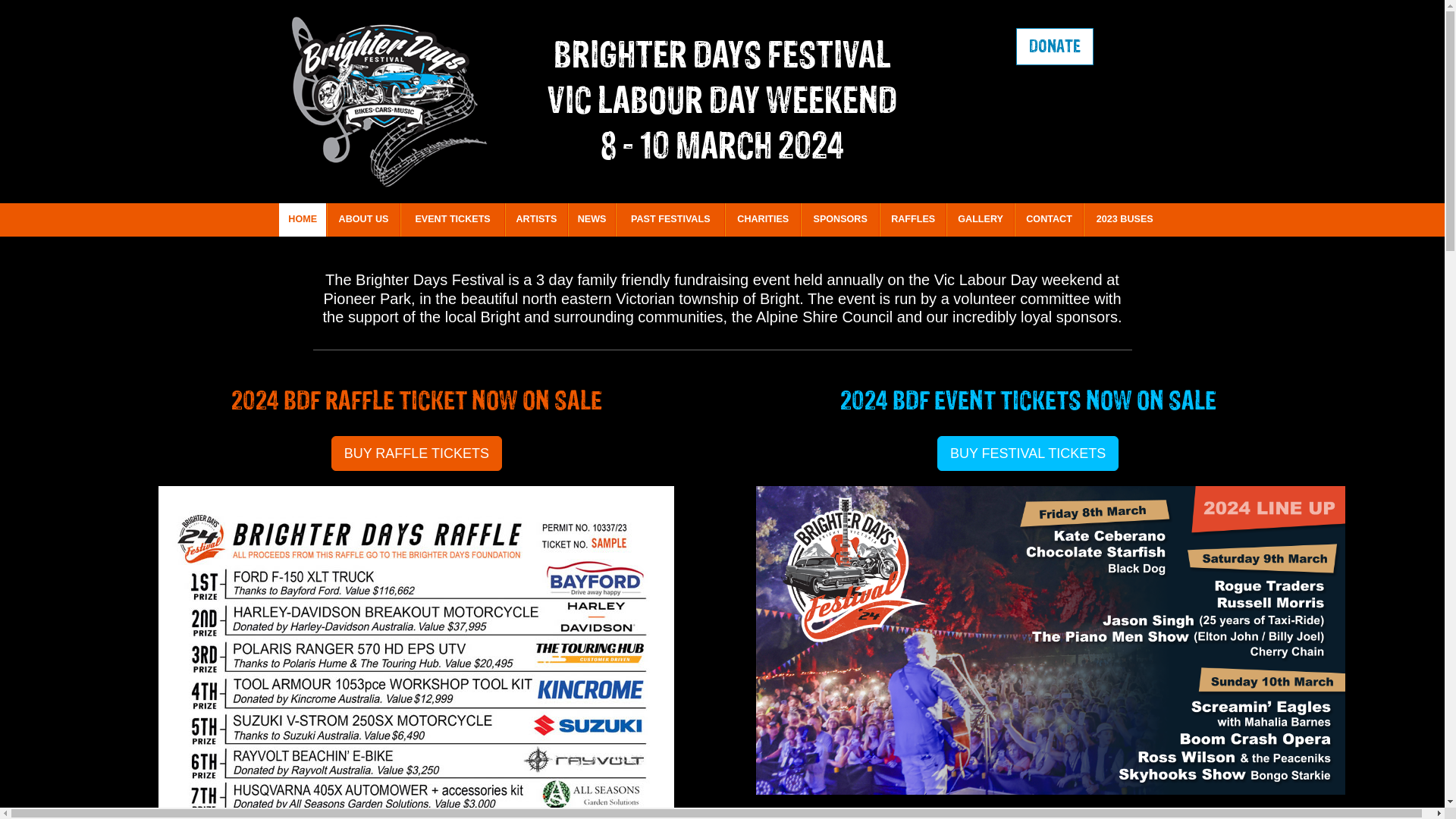 This screenshot has height=819, width=1456. I want to click on 'CHARITIES', so click(763, 219).